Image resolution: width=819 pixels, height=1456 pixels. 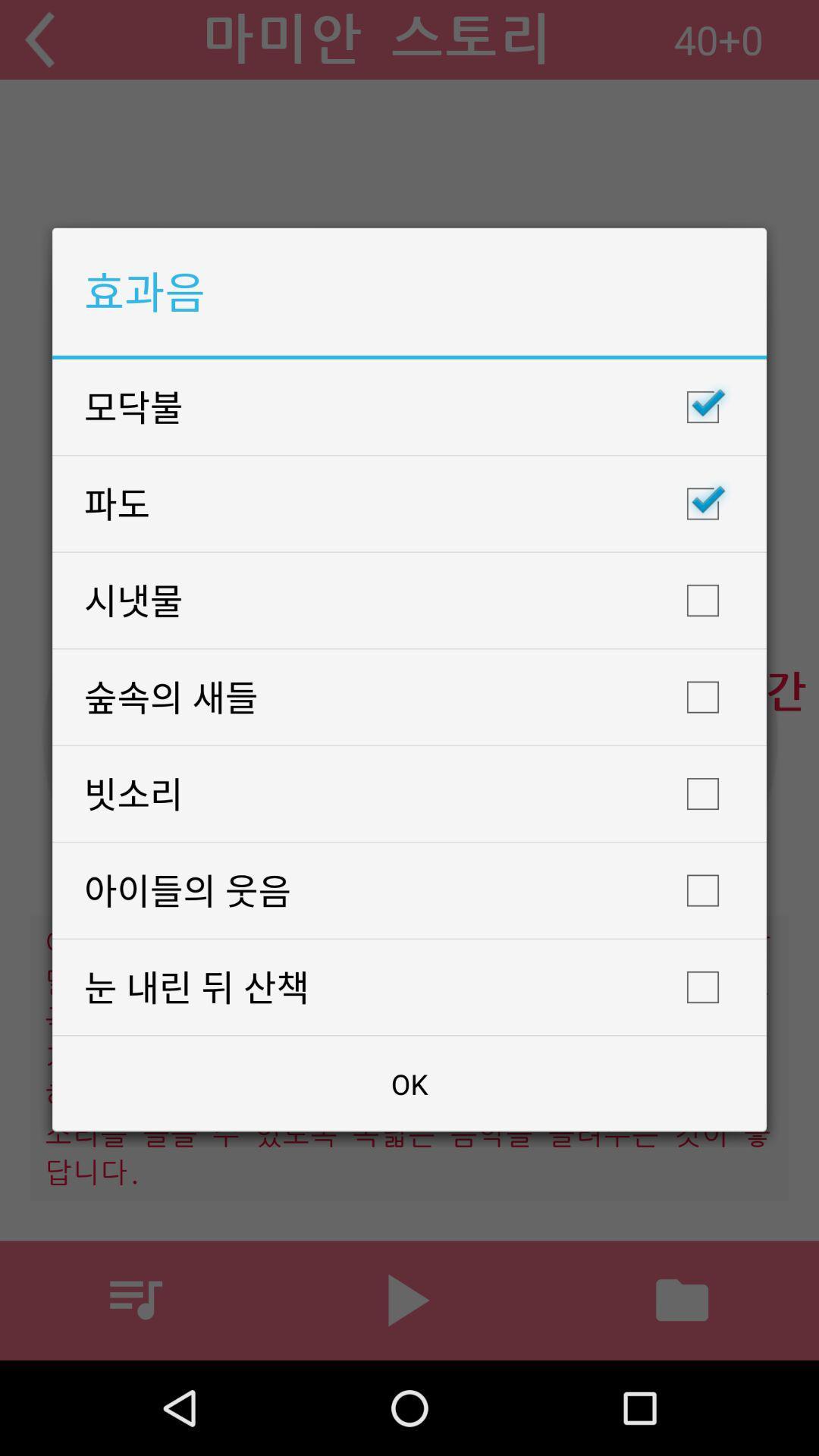 What do you see at coordinates (409, 1083) in the screenshot?
I see `the ok` at bounding box center [409, 1083].